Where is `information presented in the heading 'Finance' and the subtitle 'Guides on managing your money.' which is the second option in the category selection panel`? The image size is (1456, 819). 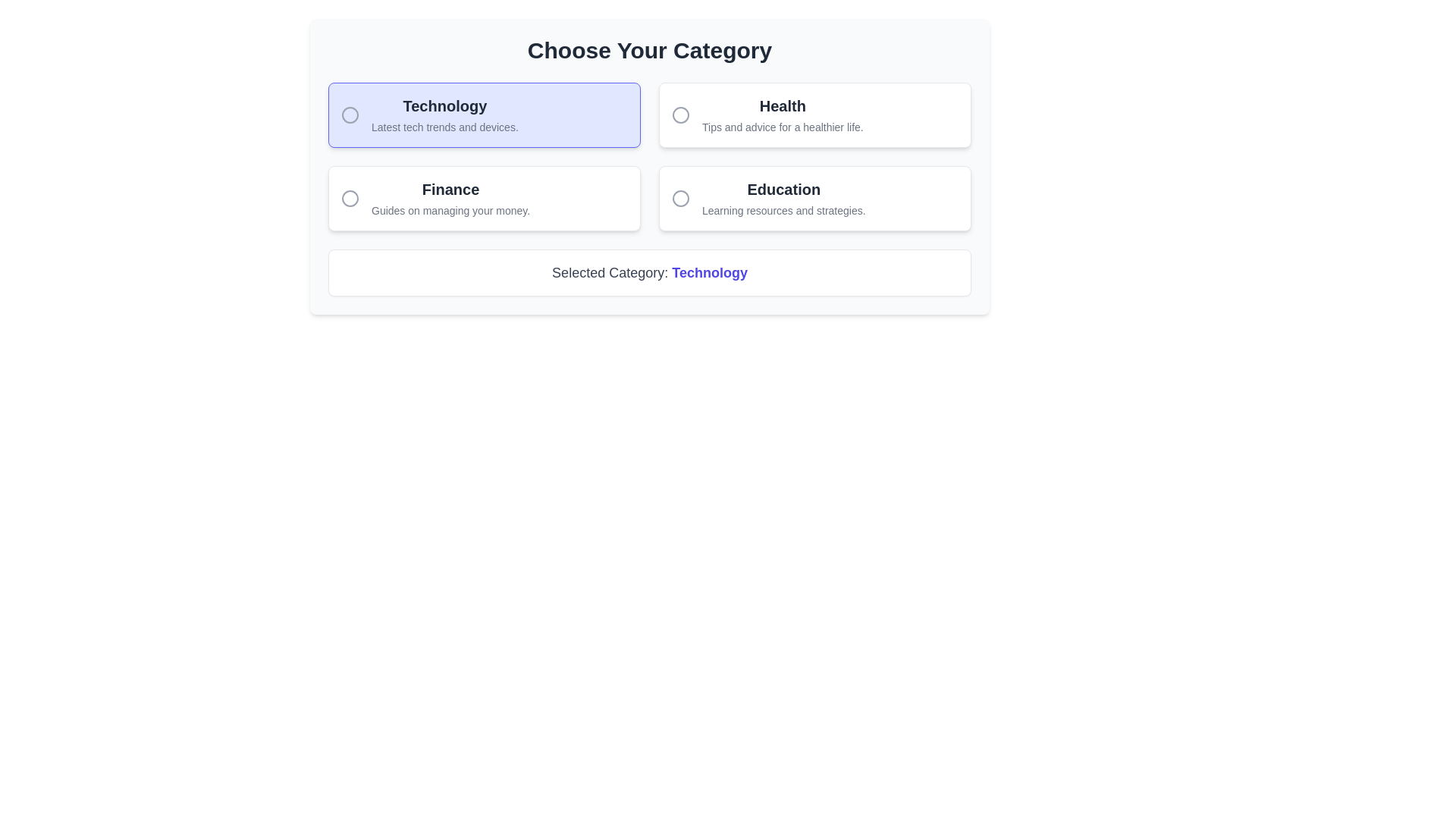 information presented in the heading 'Finance' and the subtitle 'Guides on managing your money.' which is the second option in the category selection panel is located at coordinates (450, 198).